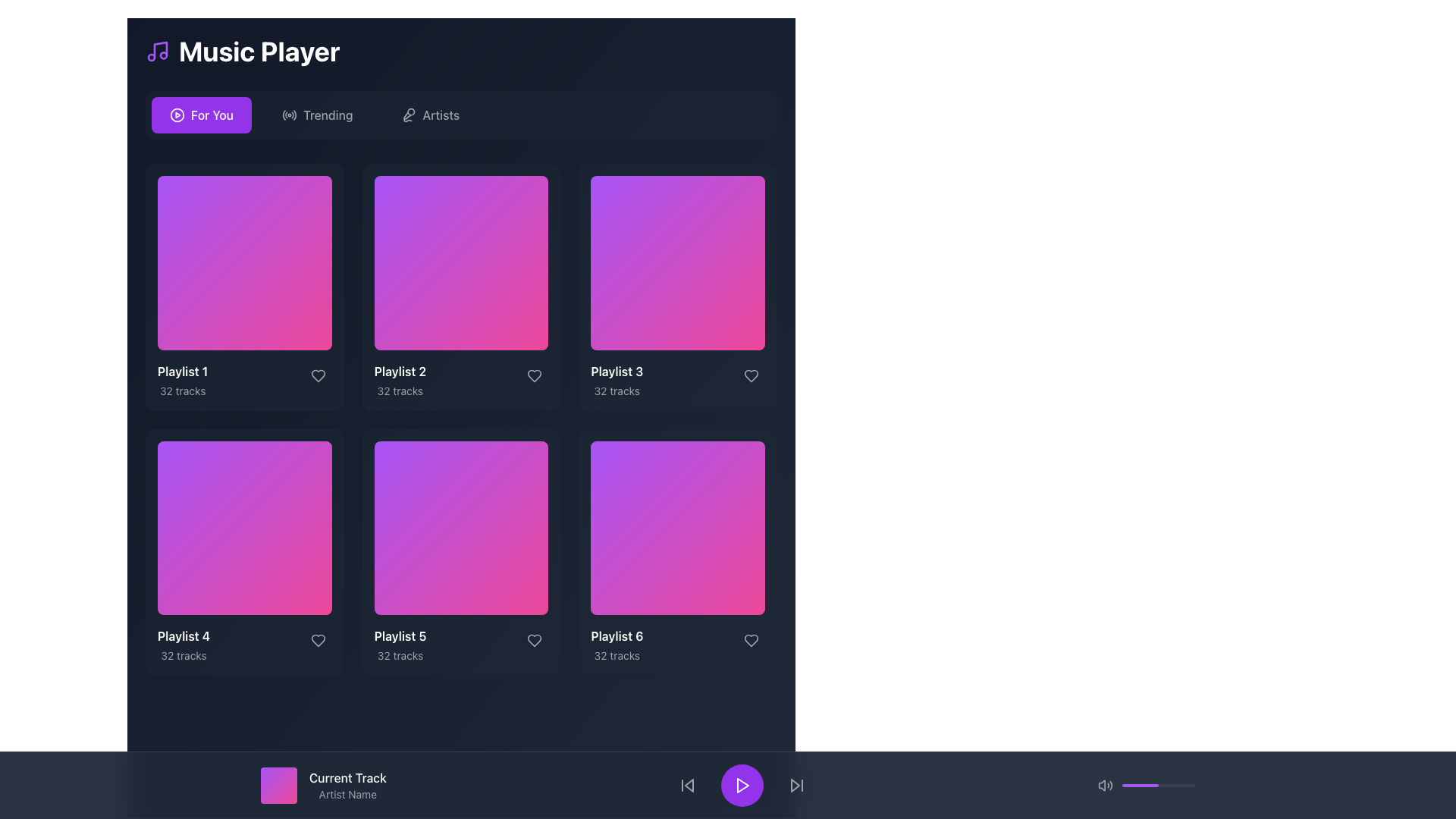 The height and width of the screenshot is (819, 1456). I want to click on text of the TextLabel that serves as the title for the first playlist in the grid, located in the top-left quadrant beneath the playlist thumbnail and above the '32 tracks' text, so click(182, 371).